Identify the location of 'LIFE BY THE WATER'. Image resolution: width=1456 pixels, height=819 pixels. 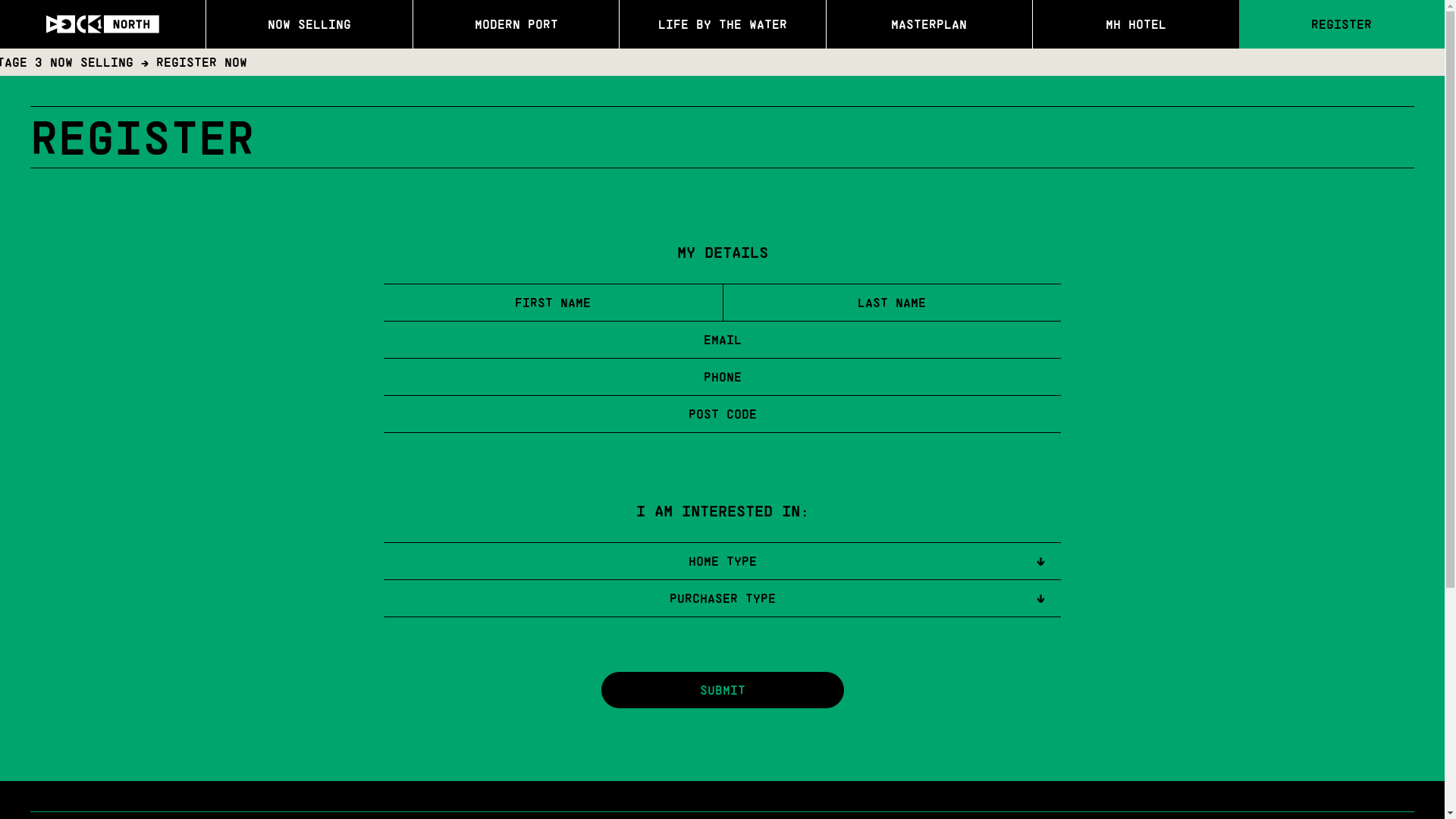
(721, 24).